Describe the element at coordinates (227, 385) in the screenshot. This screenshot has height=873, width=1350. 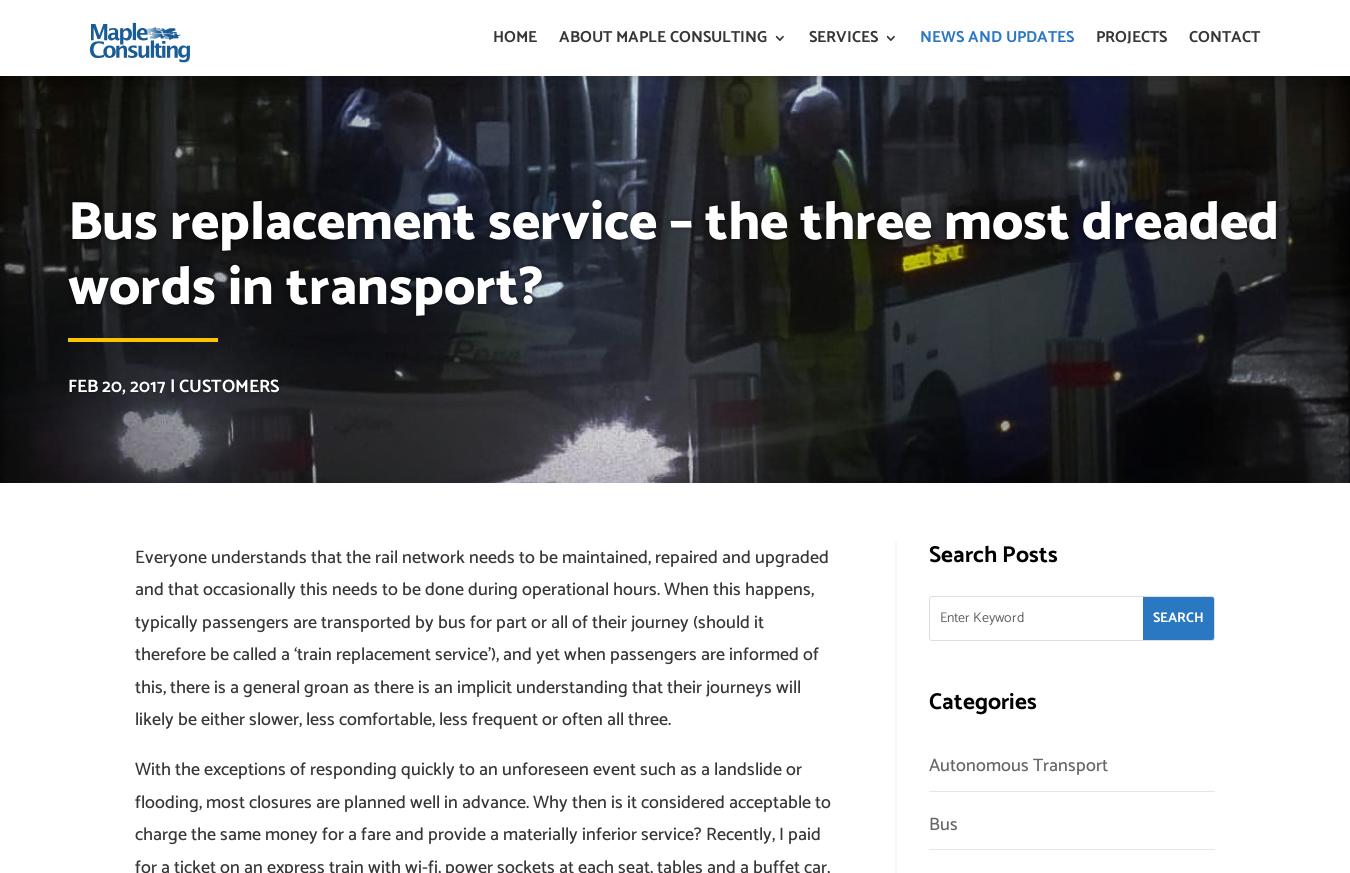
I see `'Customers'` at that location.